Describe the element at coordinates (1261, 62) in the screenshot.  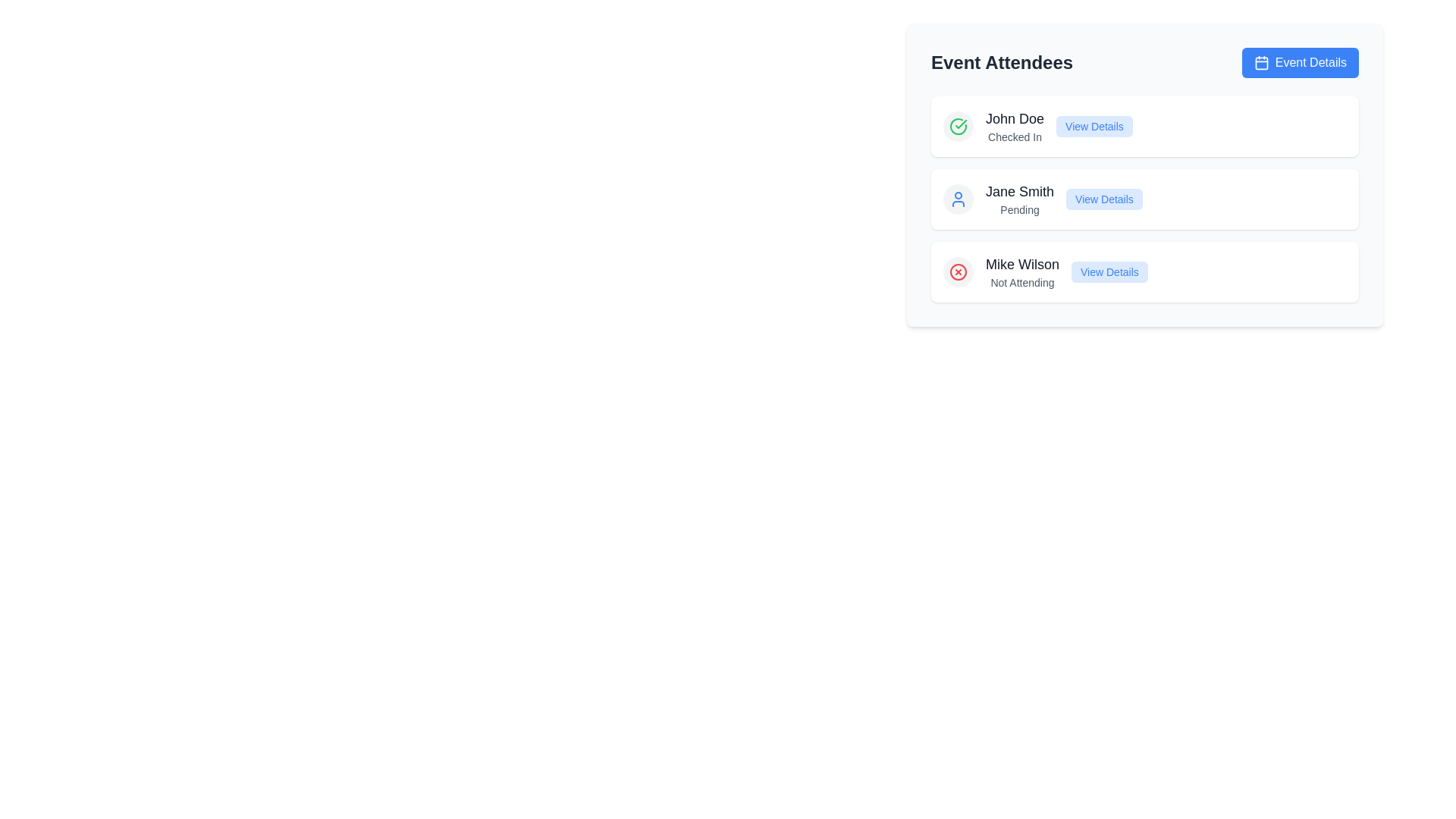
I see `the central rectangle of the calendar icon, which is part of a blue button labeled 'Event Details'` at that location.